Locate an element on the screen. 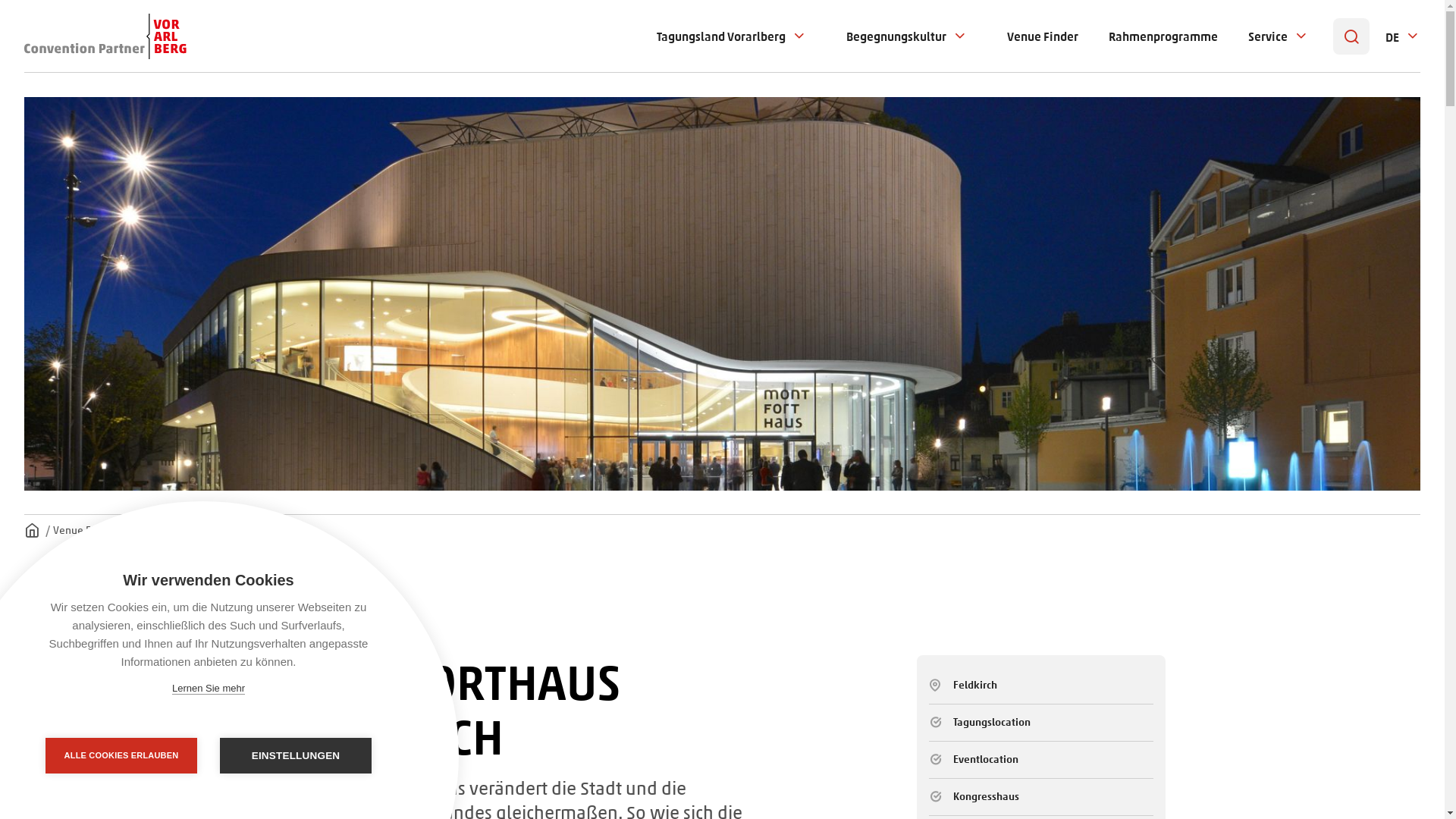 The width and height of the screenshot is (1456, 819). 'EINSTELLUNGEN' is located at coordinates (295, 755).